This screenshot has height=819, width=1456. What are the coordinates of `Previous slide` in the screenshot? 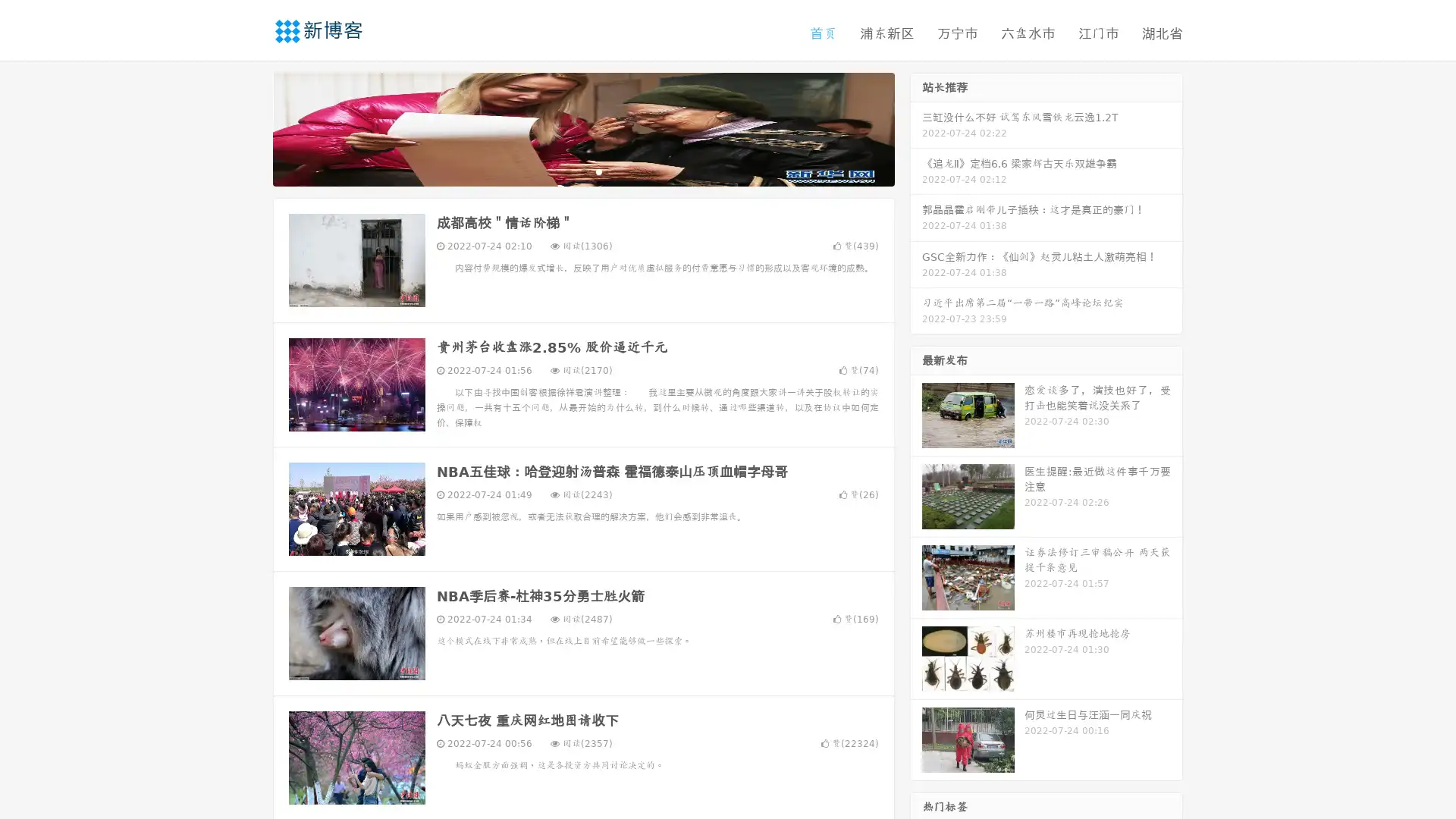 It's located at (250, 127).